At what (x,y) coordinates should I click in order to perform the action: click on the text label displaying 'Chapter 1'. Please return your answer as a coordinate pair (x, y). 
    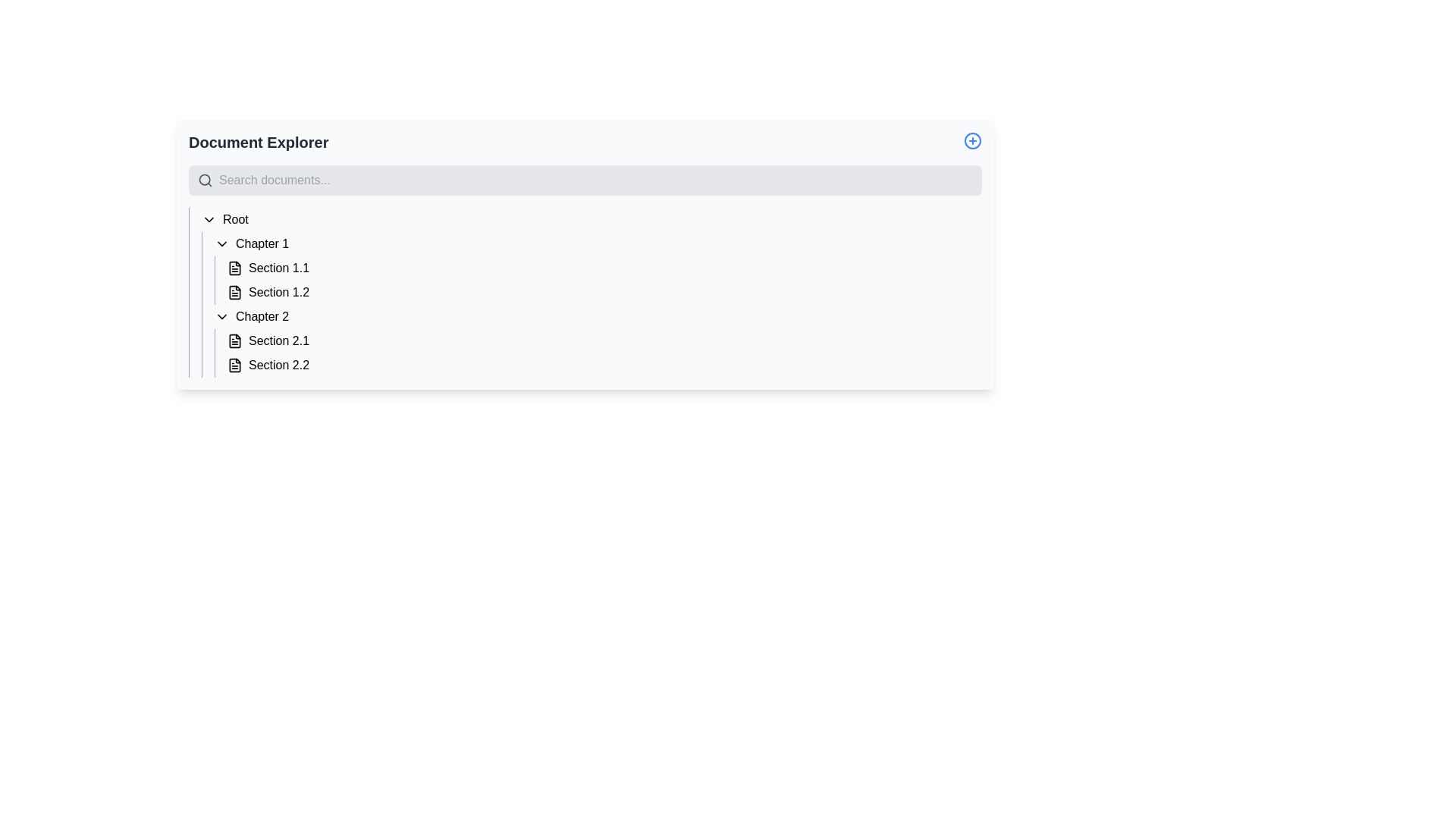
    Looking at the image, I should click on (262, 243).